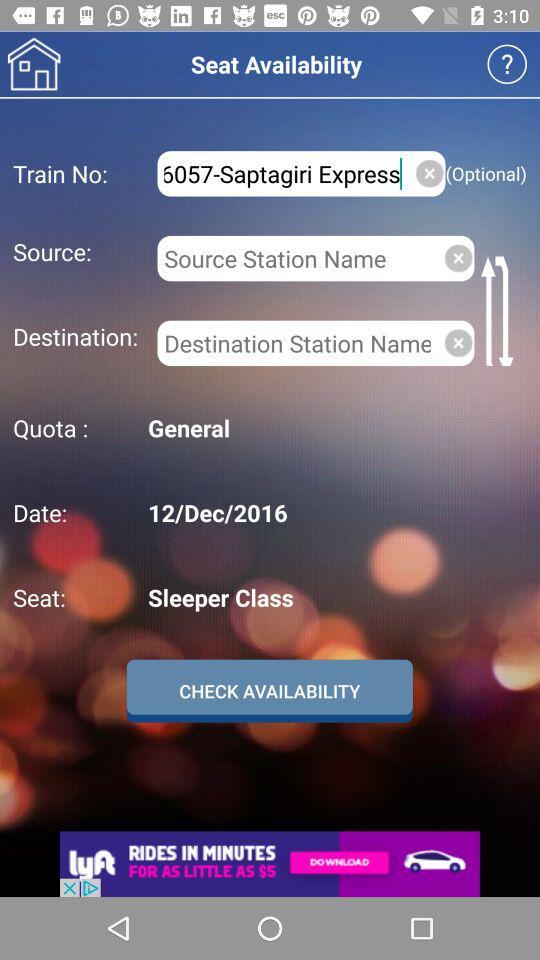 The height and width of the screenshot is (960, 540). I want to click on the close icon, so click(458, 343).